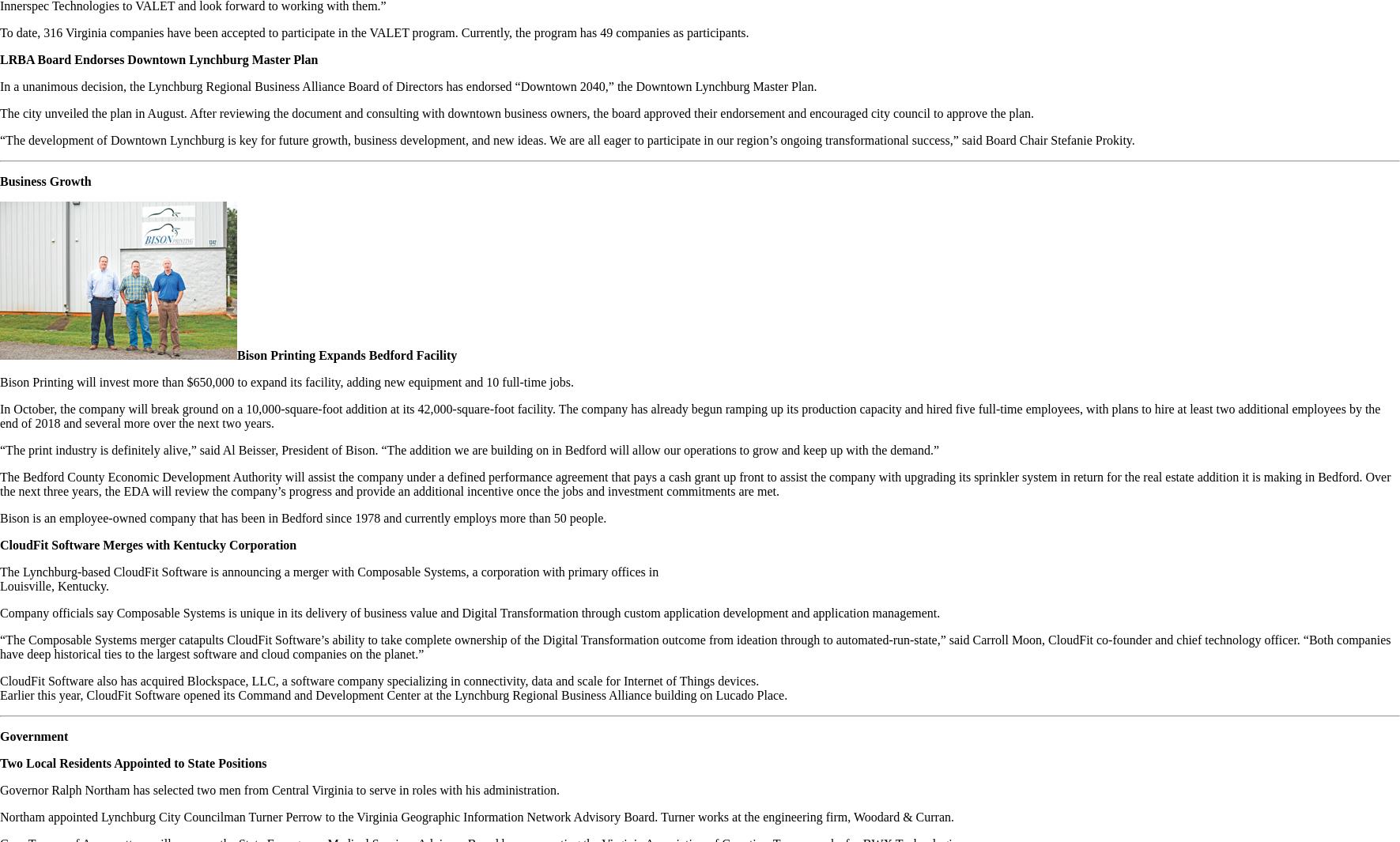  I want to click on 'Business Growth', so click(44, 180).